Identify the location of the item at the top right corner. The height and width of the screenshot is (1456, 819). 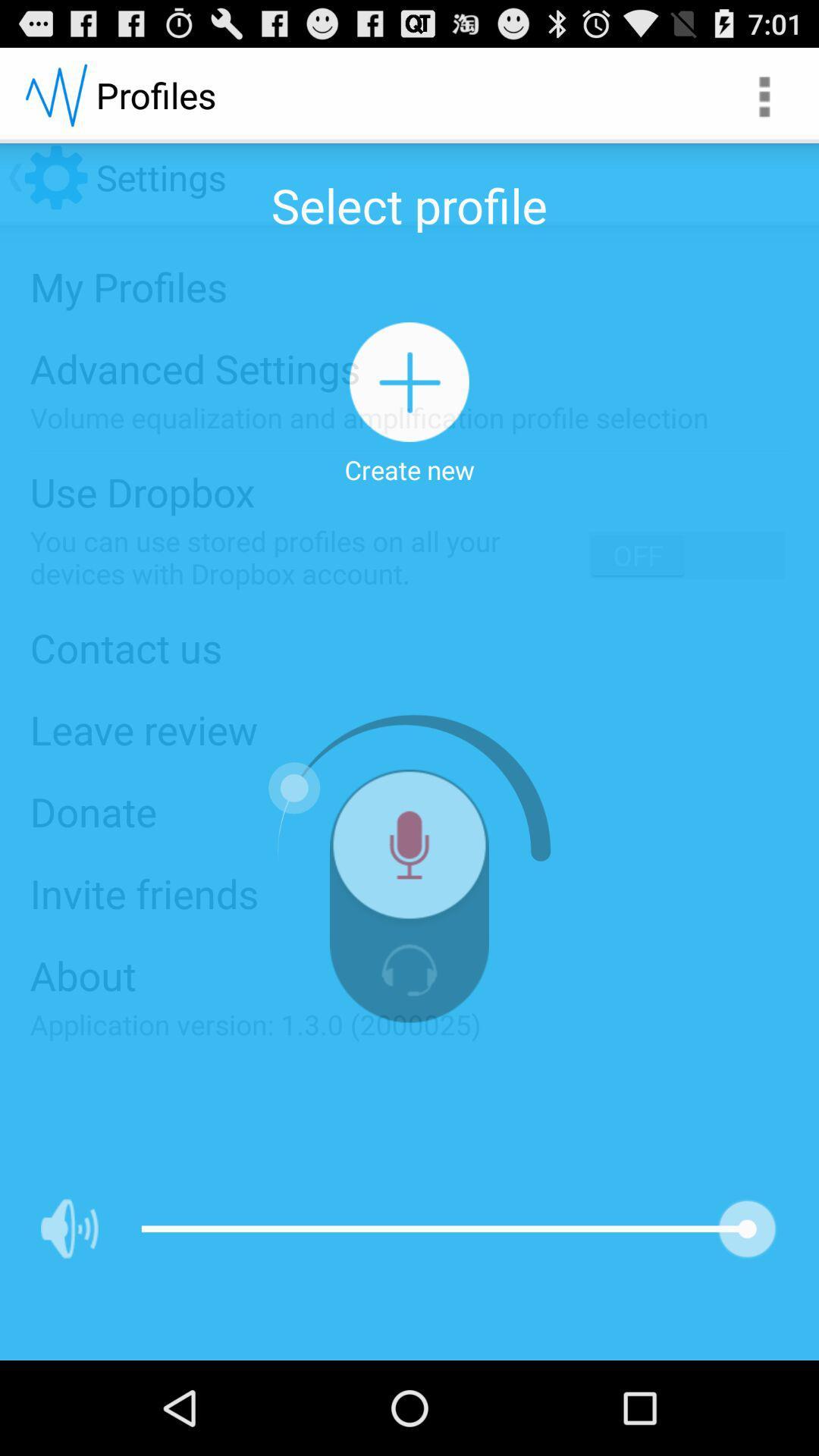
(763, 94).